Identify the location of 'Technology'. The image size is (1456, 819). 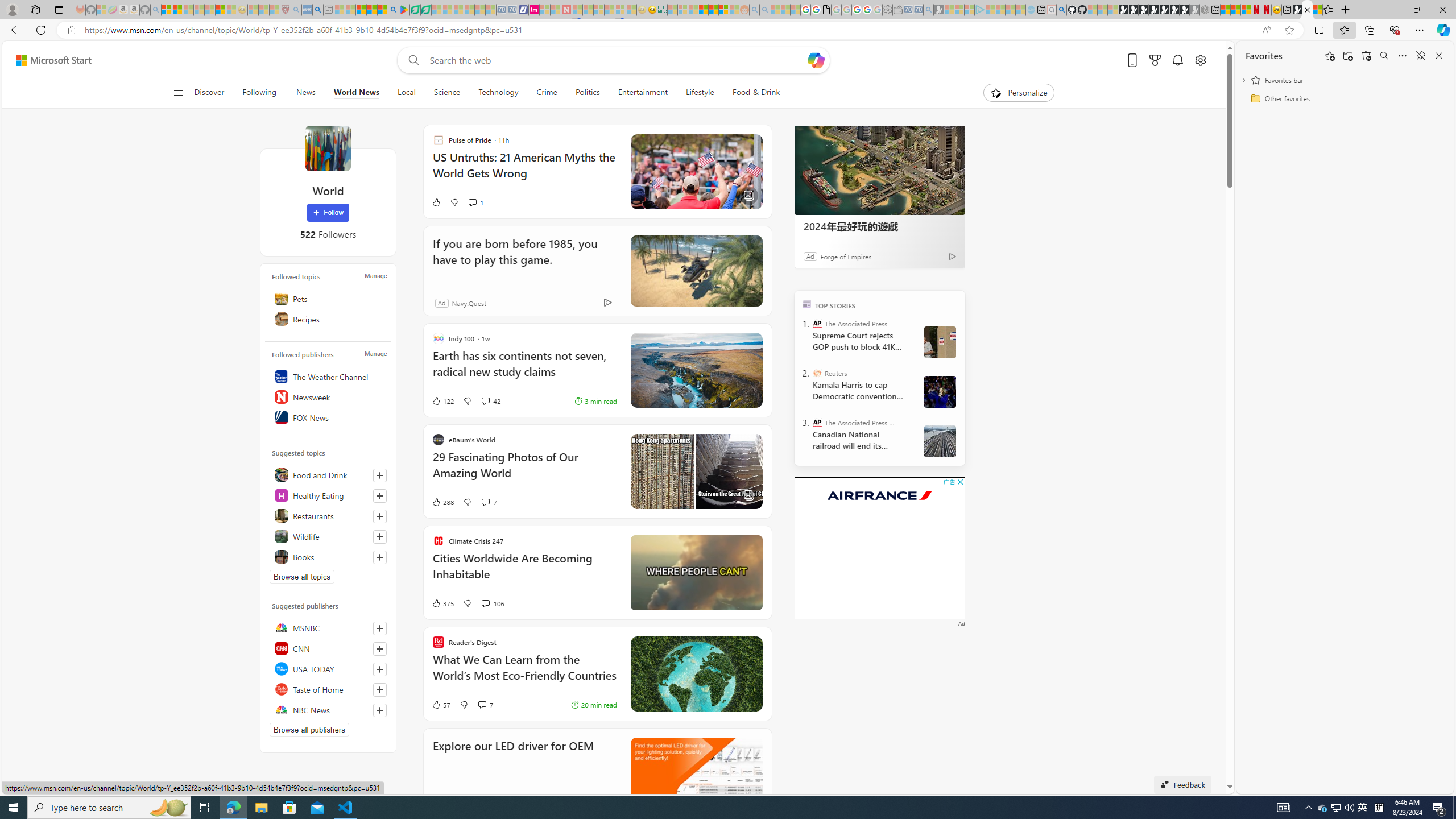
(498, 92).